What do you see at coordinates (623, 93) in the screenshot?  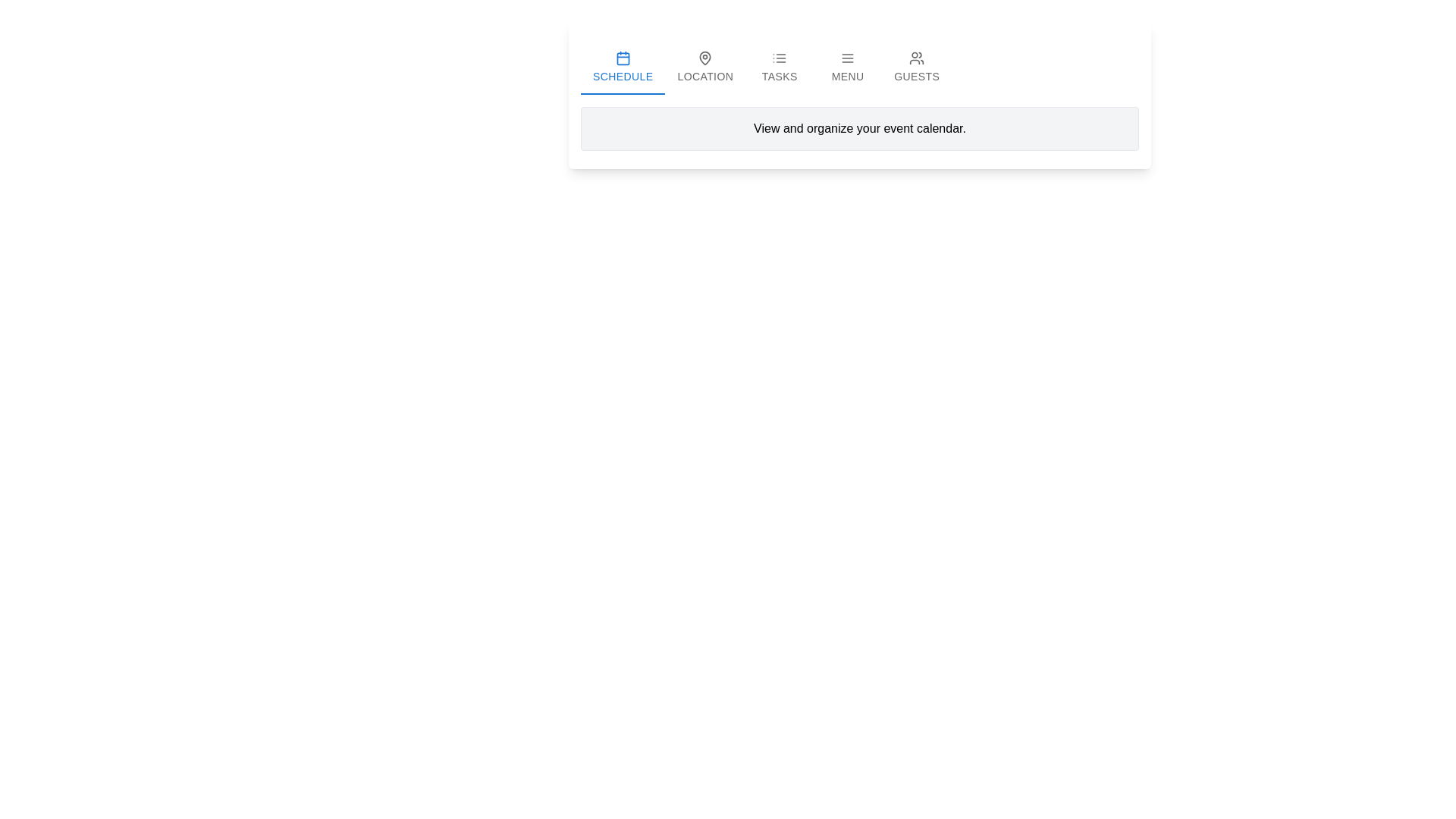 I see `the highlighted state of the Tab Indicator located directly below the 'Schedule' tab in the navigation menu, which visually indicates the currently active tab` at bounding box center [623, 93].